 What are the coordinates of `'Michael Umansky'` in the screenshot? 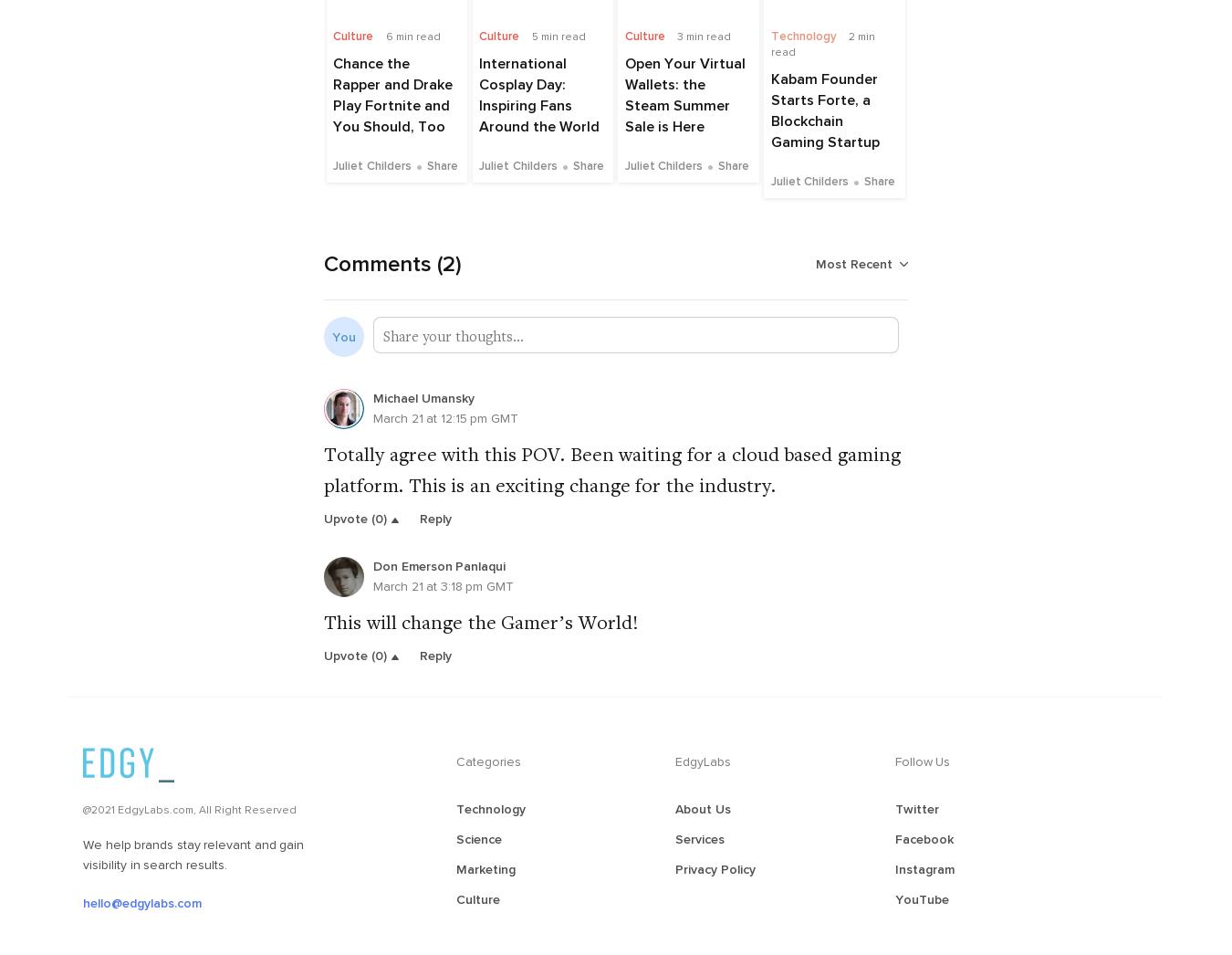 It's located at (422, 396).